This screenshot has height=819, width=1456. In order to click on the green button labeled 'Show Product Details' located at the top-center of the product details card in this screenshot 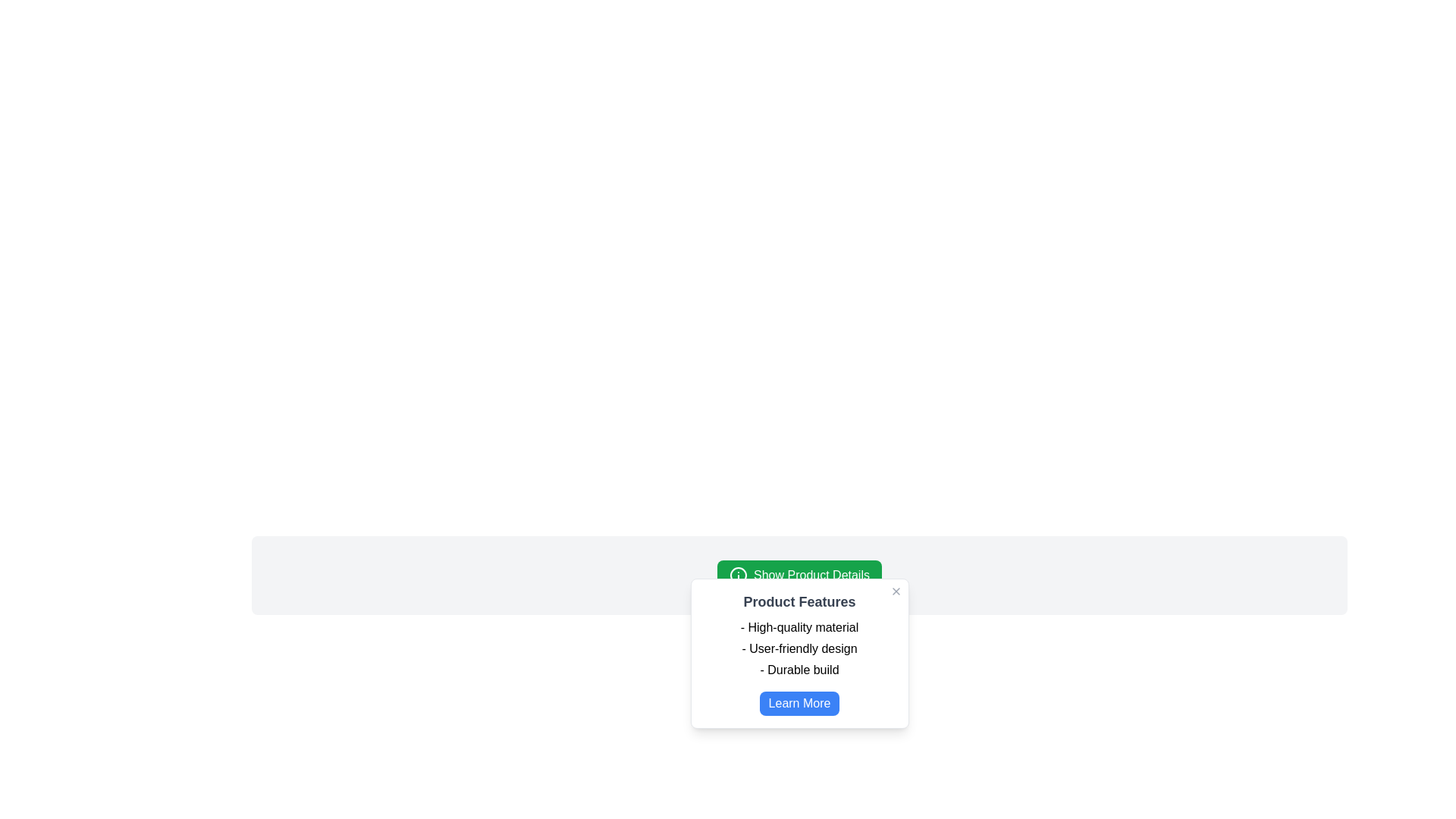, I will do `click(799, 576)`.